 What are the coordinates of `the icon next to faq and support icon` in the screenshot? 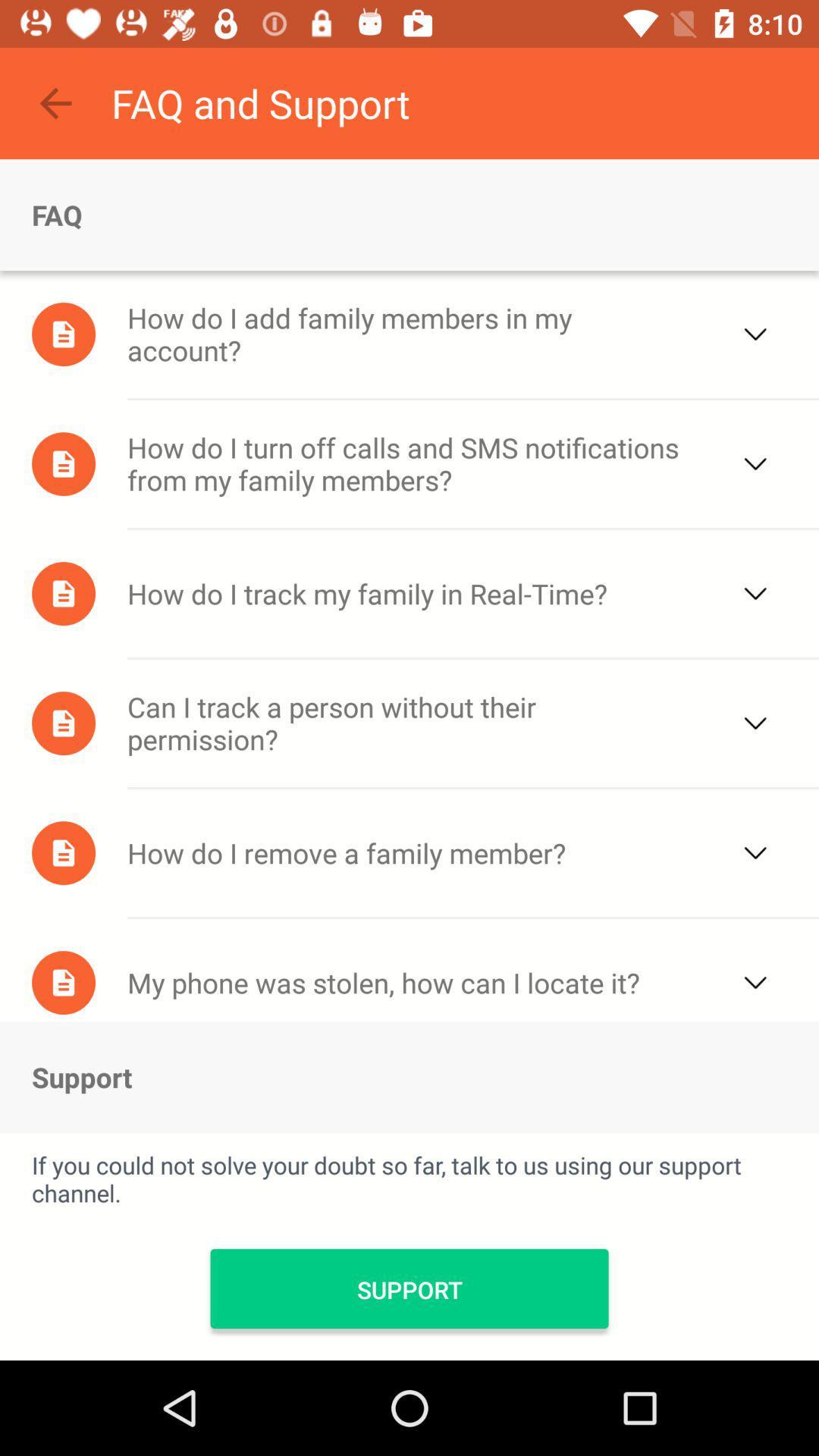 It's located at (55, 102).